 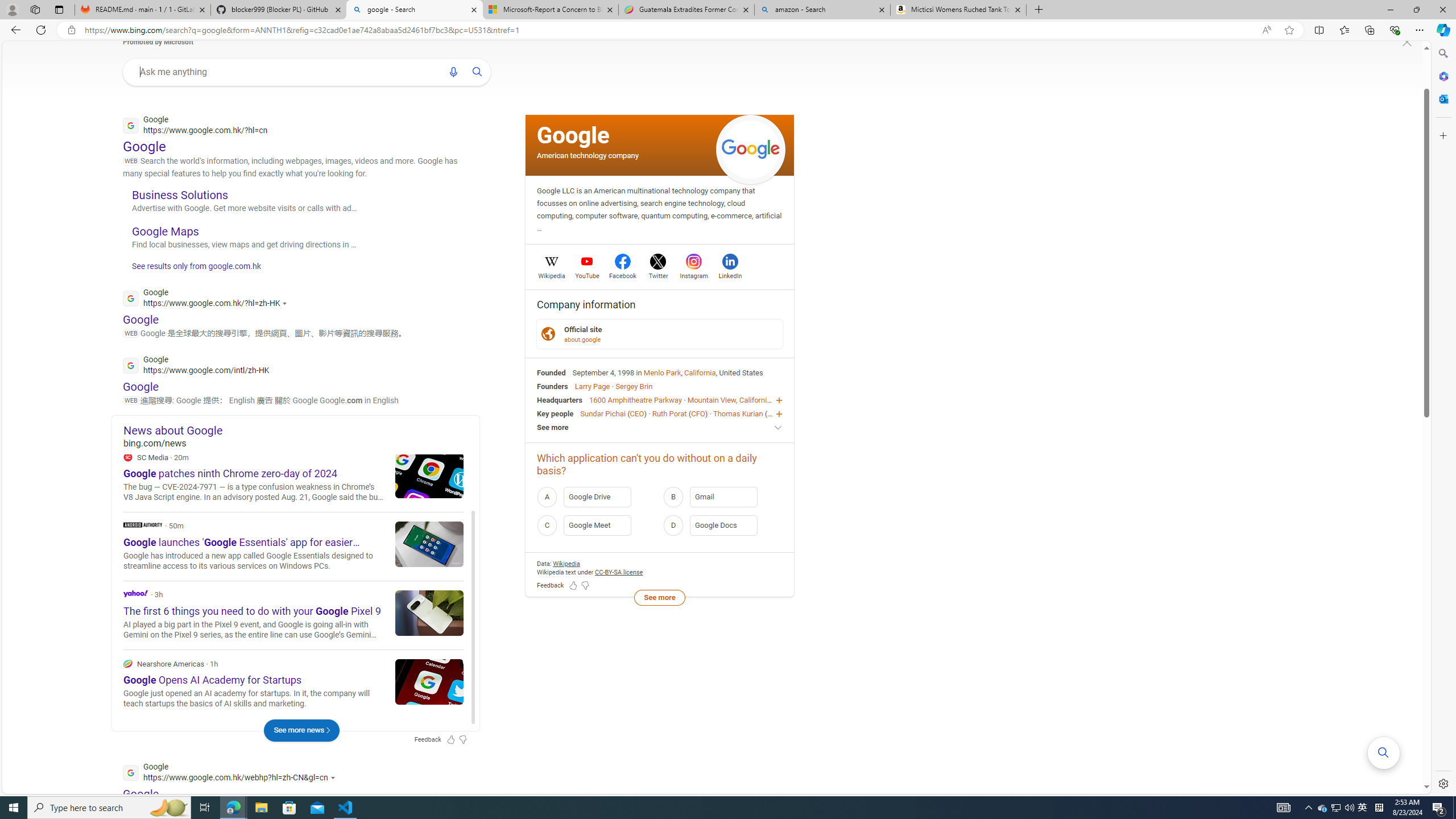 I want to click on 'Sundar Pichai', so click(x=602, y=412).